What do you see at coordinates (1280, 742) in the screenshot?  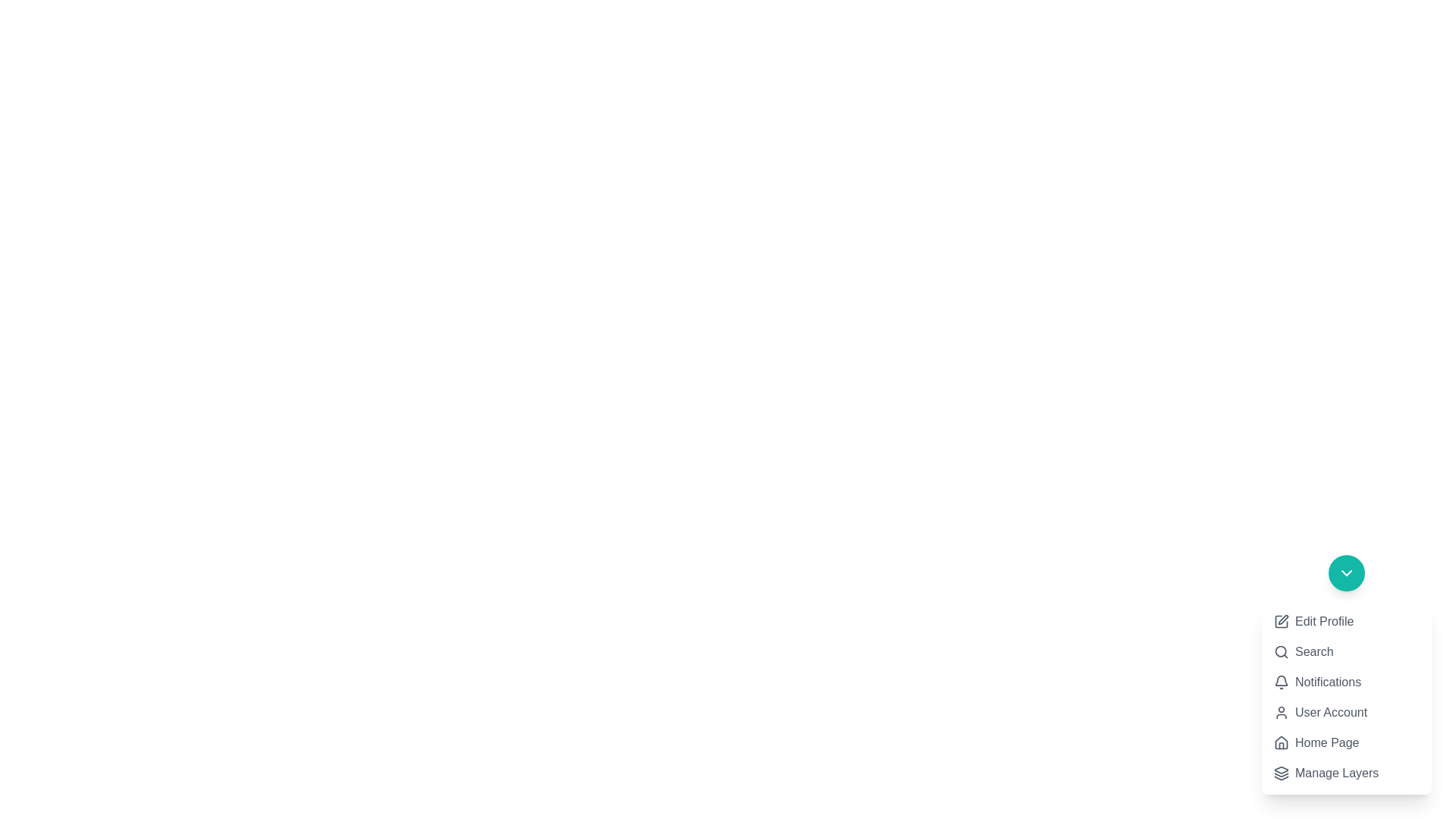 I see `the home icon in the dropdown menu` at bounding box center [1280, 742].